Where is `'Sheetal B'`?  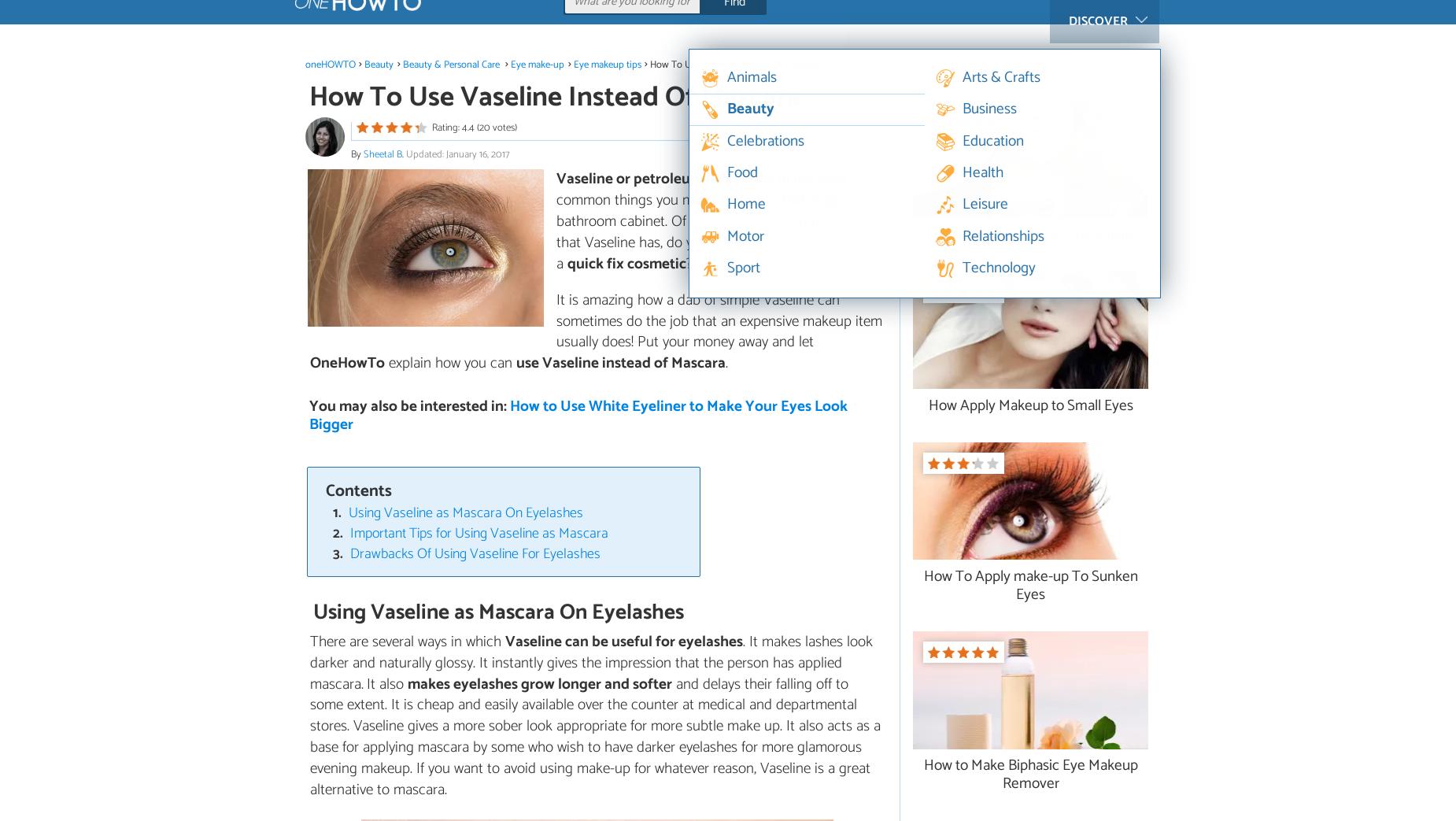
'Sheetal B' is located at coordinates (382, 153).